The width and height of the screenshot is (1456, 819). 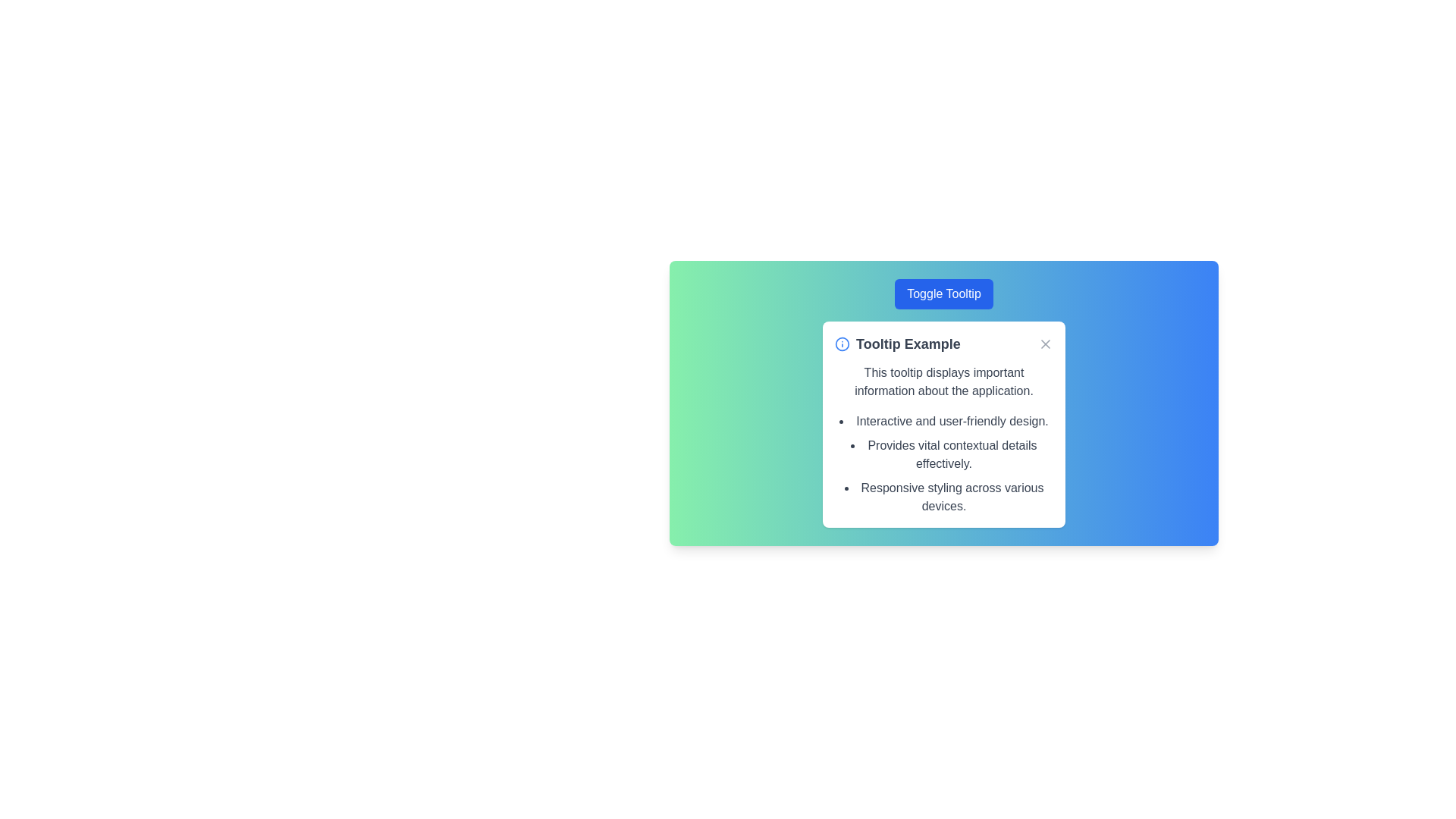 I want to click on the text element reading 'Interactive and user-friendly design.' which is the first item in a vertical bullet list within a tooltip modal titled 'Tooltip Example', so click(x=943, y=421).